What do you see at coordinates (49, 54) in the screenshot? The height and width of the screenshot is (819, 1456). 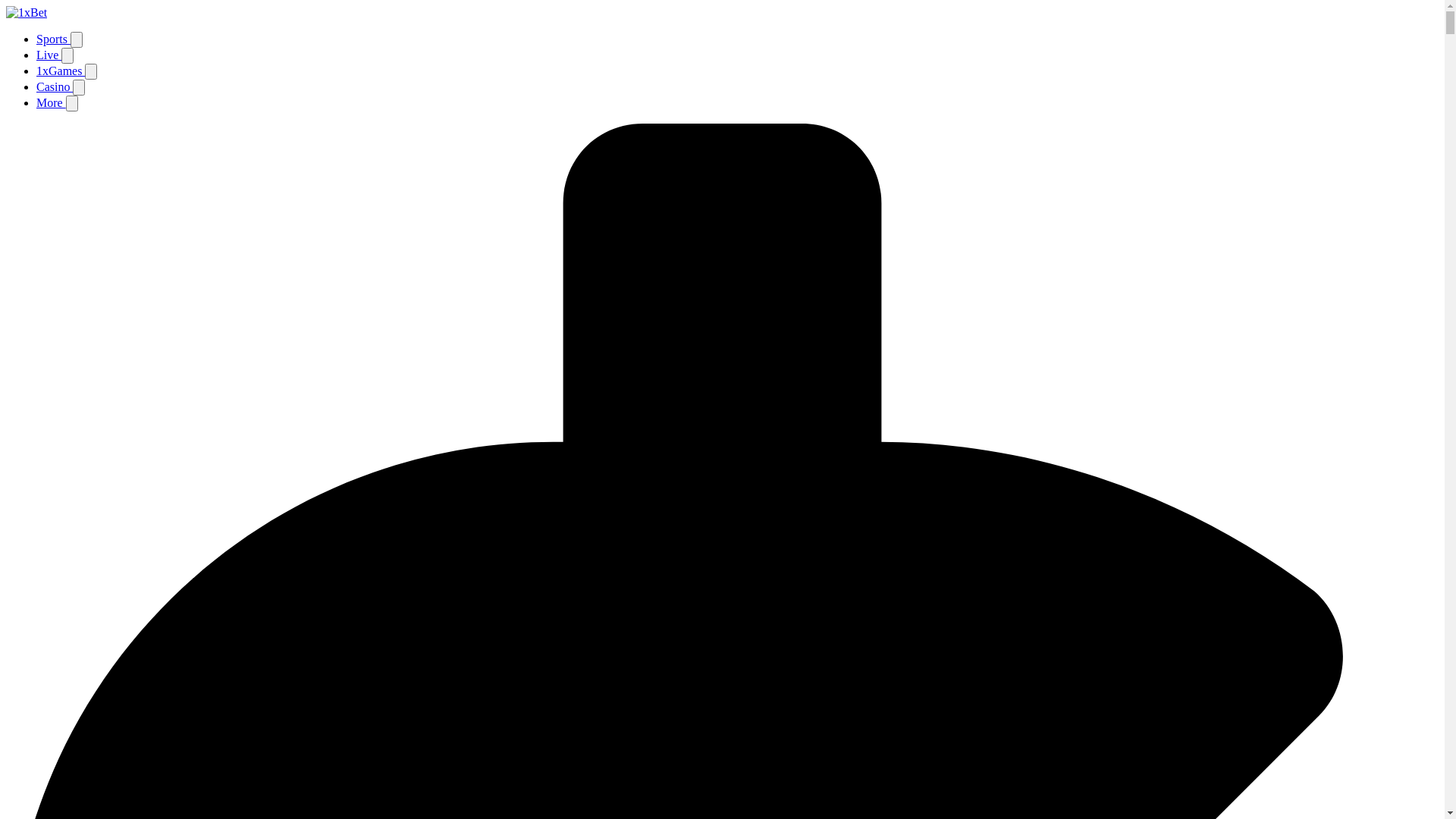 I see `'Live'` at bounding box center [49, 54].